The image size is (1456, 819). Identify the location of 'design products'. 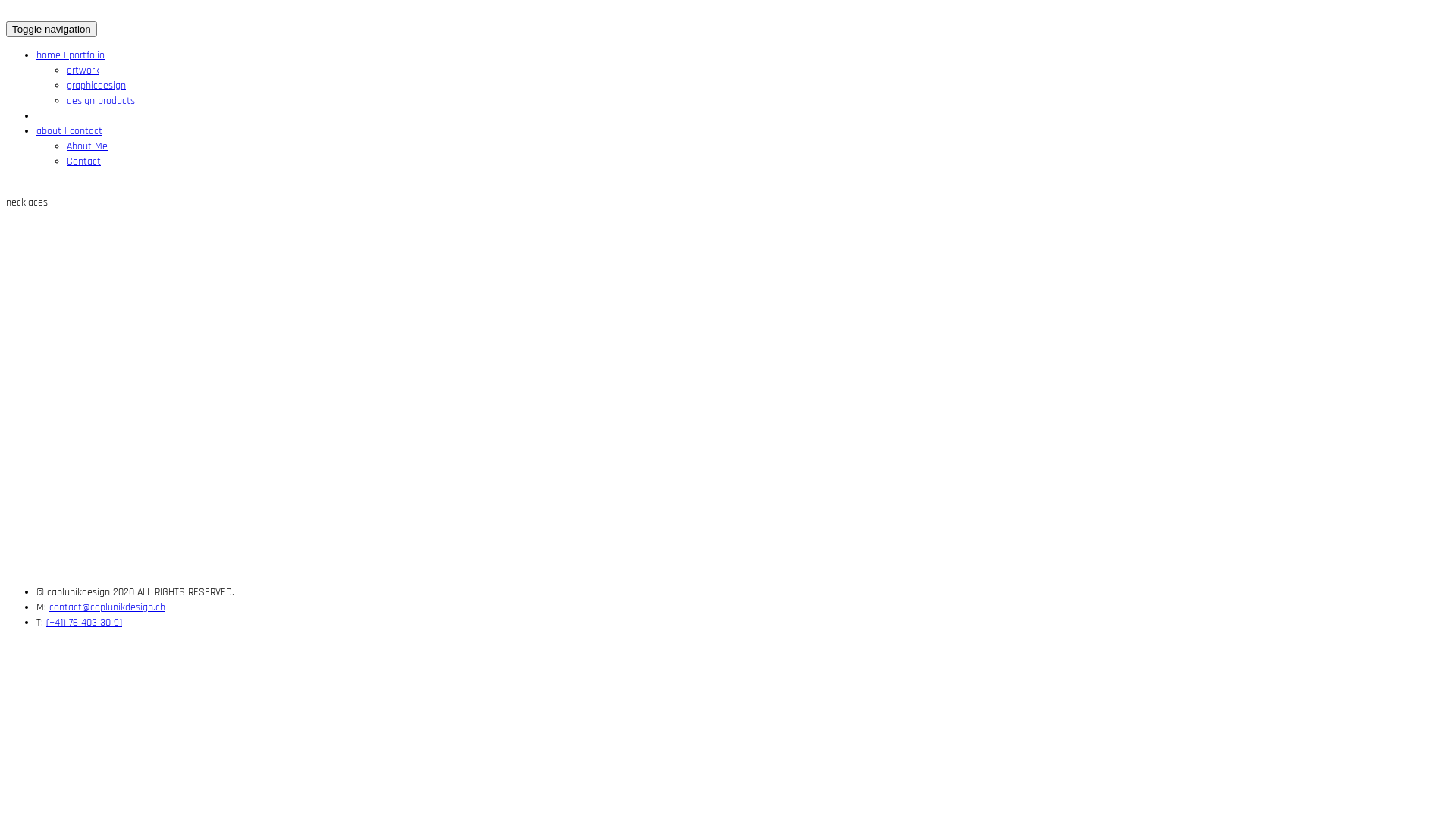
(100, 100).